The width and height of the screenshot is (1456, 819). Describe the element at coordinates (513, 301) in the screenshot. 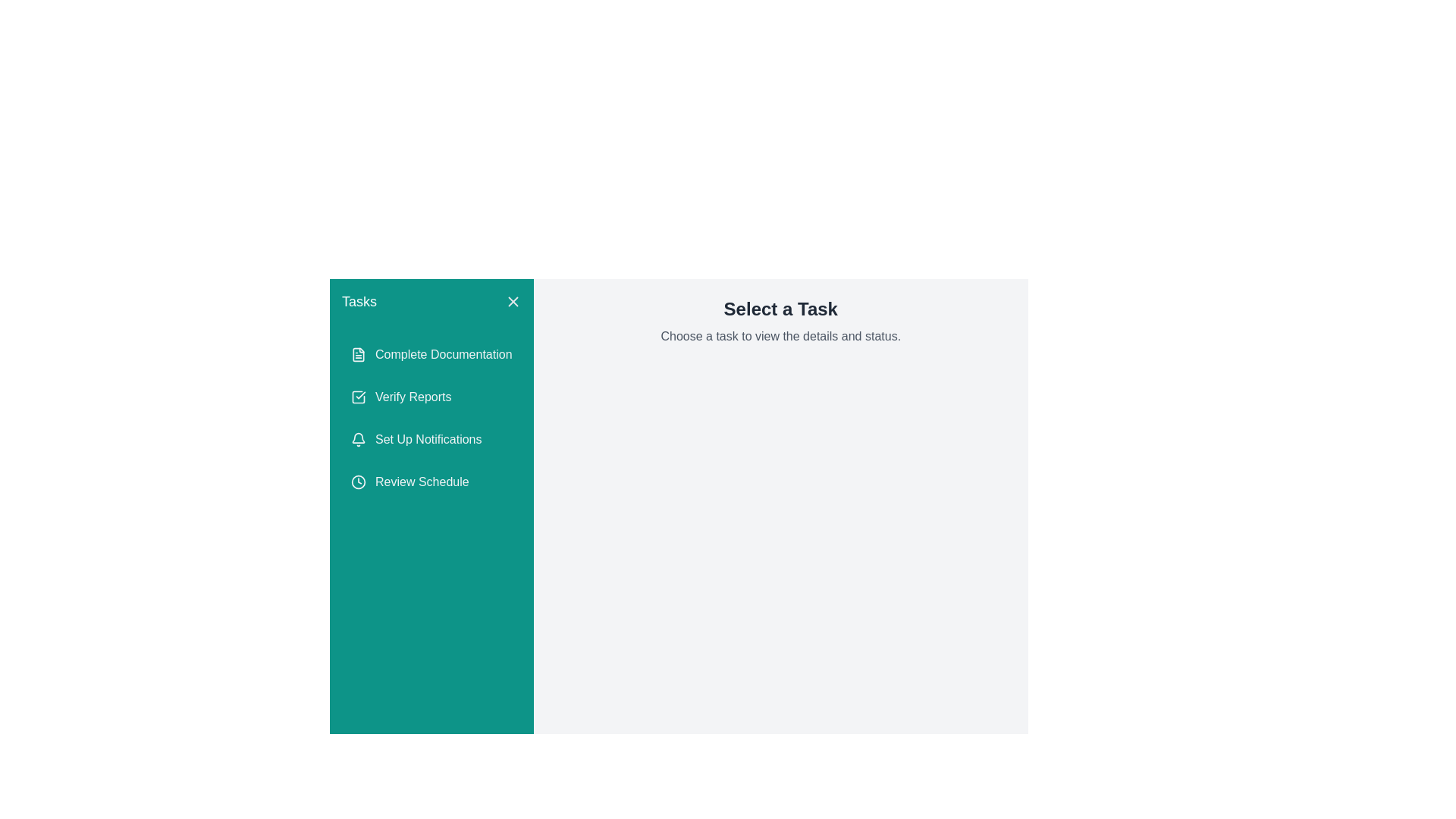

I see `the thin diagonal line forming part of the 'X' symbol in the close button icon located in the top-right corner of the green sidebar panel` at that location.